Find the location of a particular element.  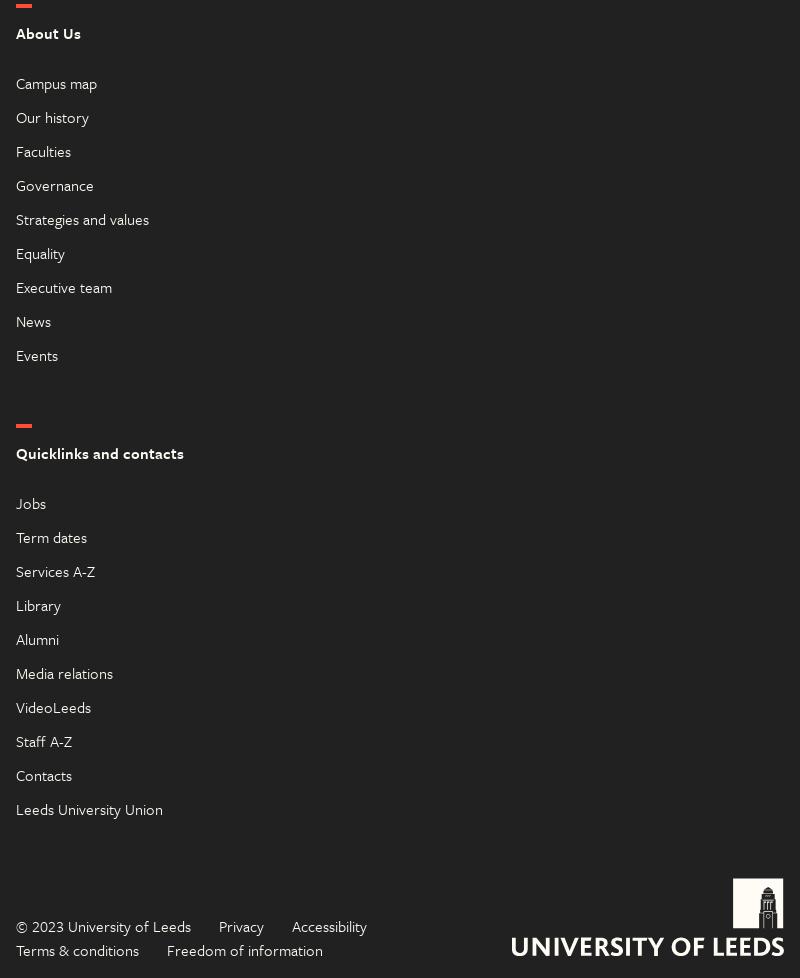

'Staff A-Z' is located at coordinates (16, 738).